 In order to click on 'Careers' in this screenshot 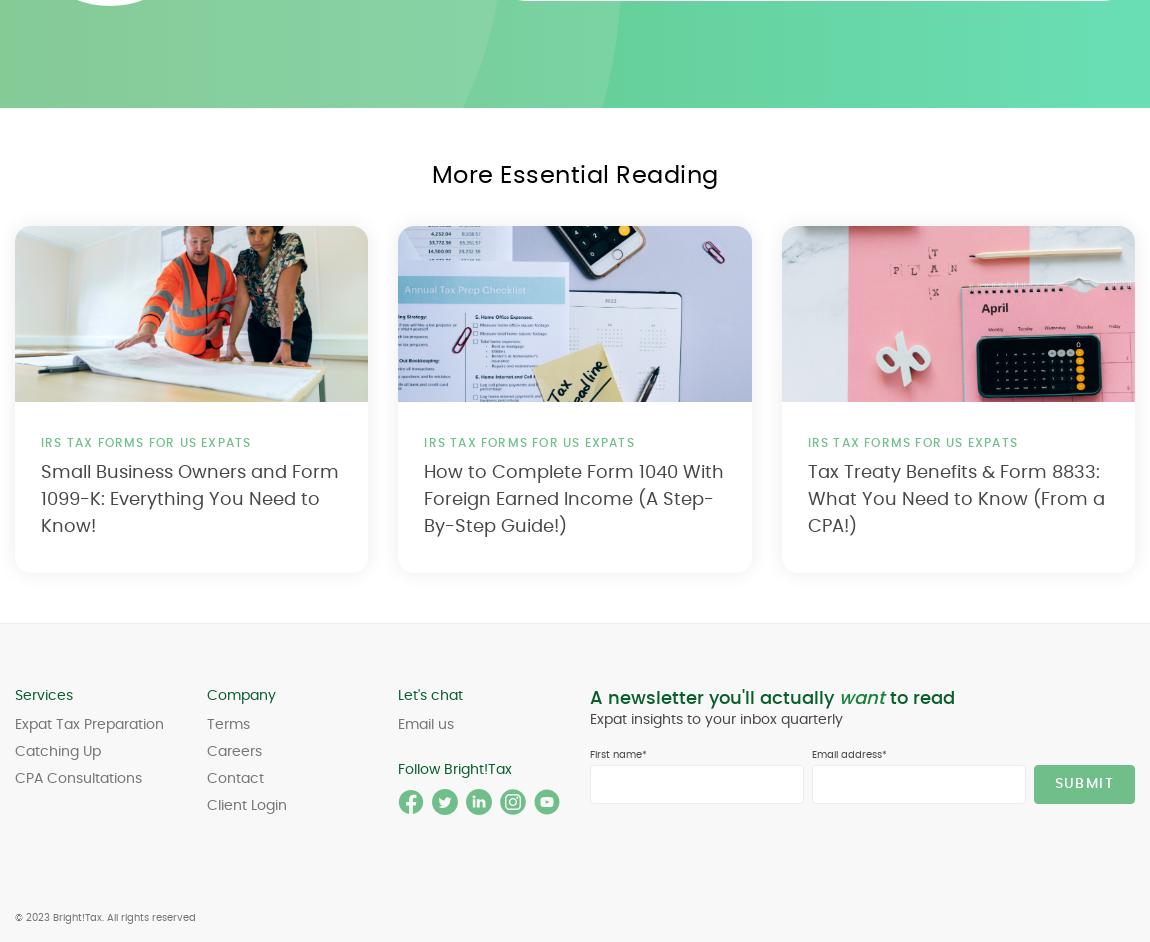, I will do `click(232, 750)`.